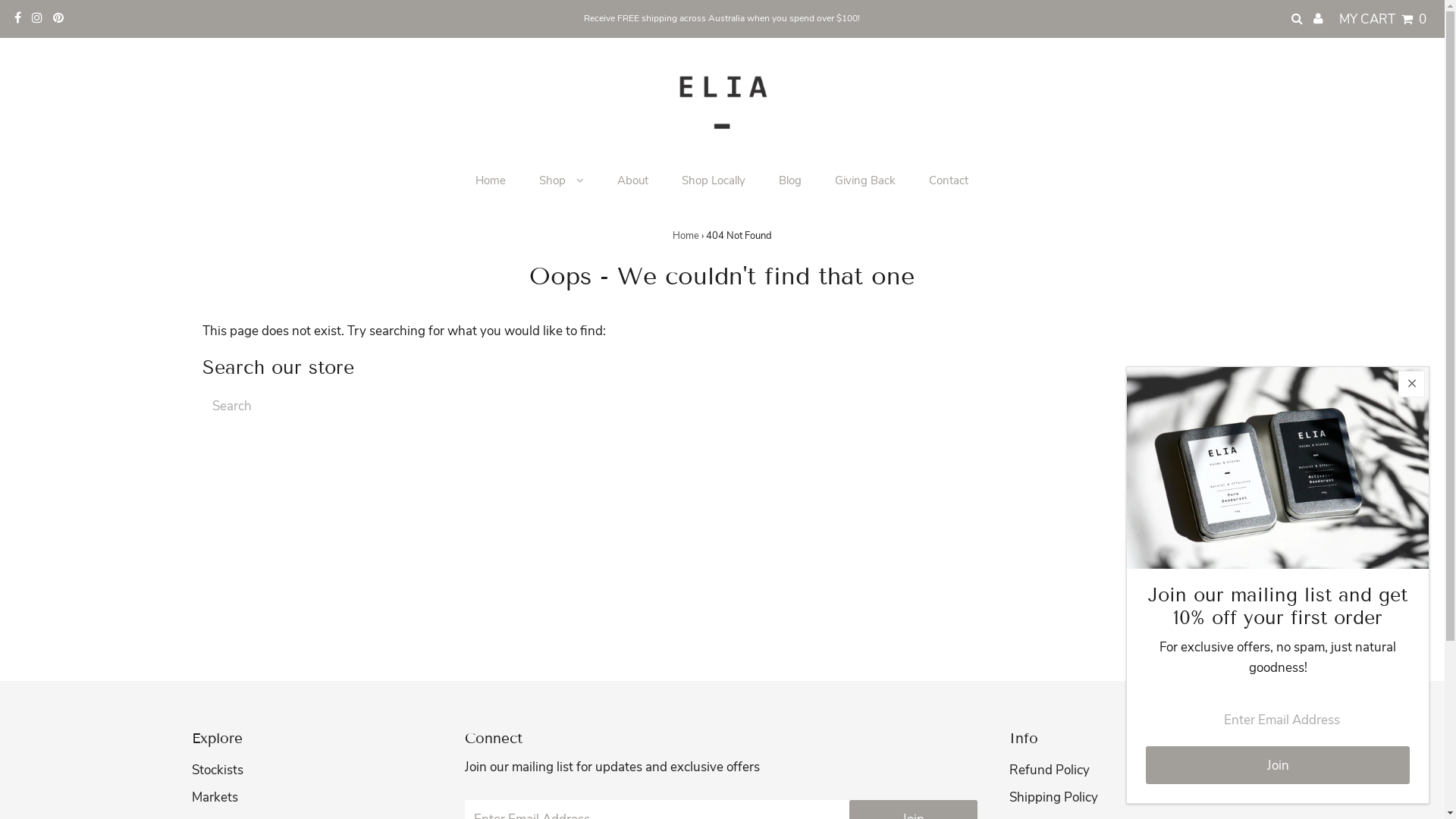  I want to click on 'Shipping Policy', so click(1052, 796).